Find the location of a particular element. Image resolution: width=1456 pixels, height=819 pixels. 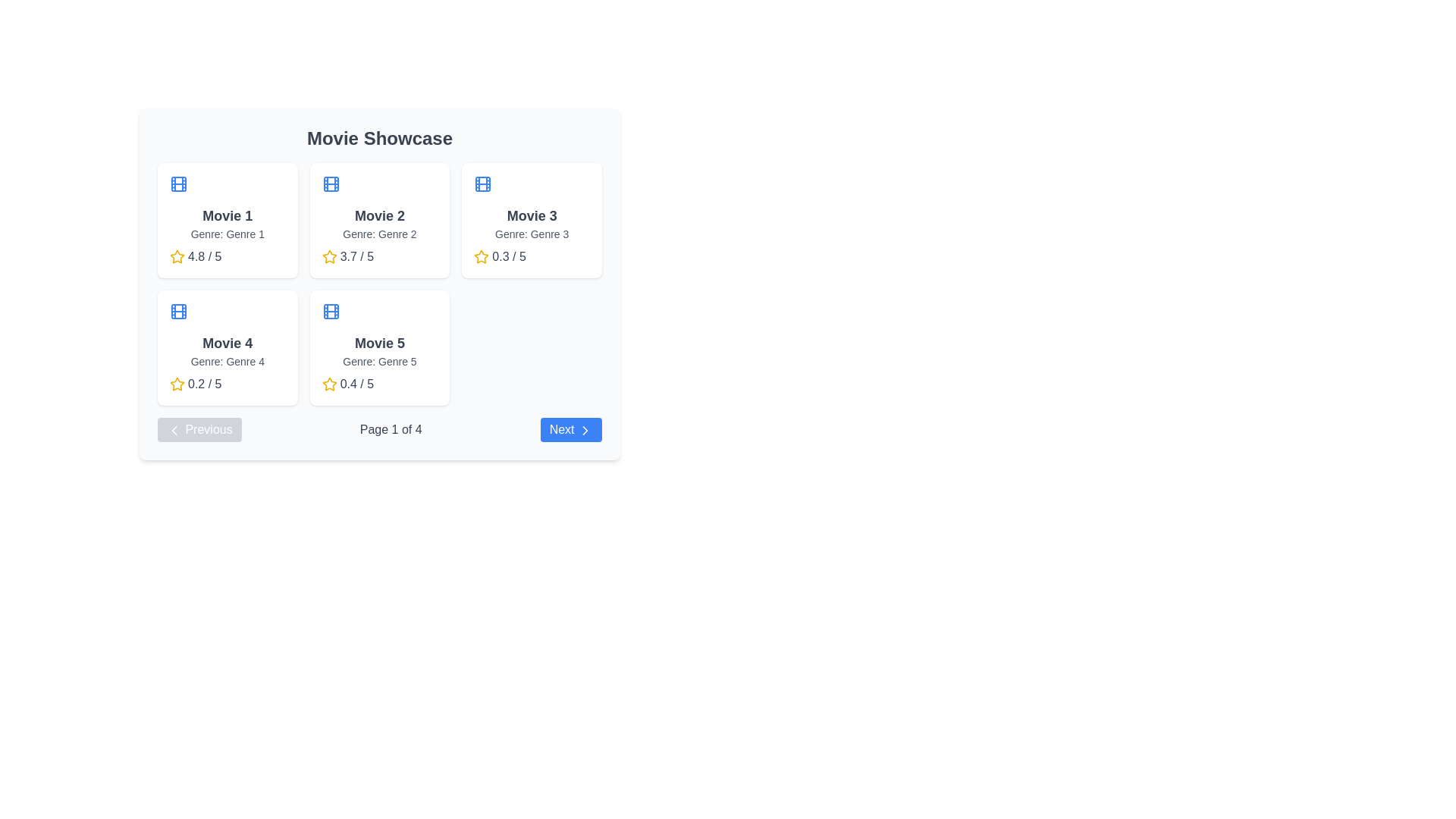

the movie category icon located at the top-left corner of the Movie 5 card in the movie grid is located at coordinates (330, 311).